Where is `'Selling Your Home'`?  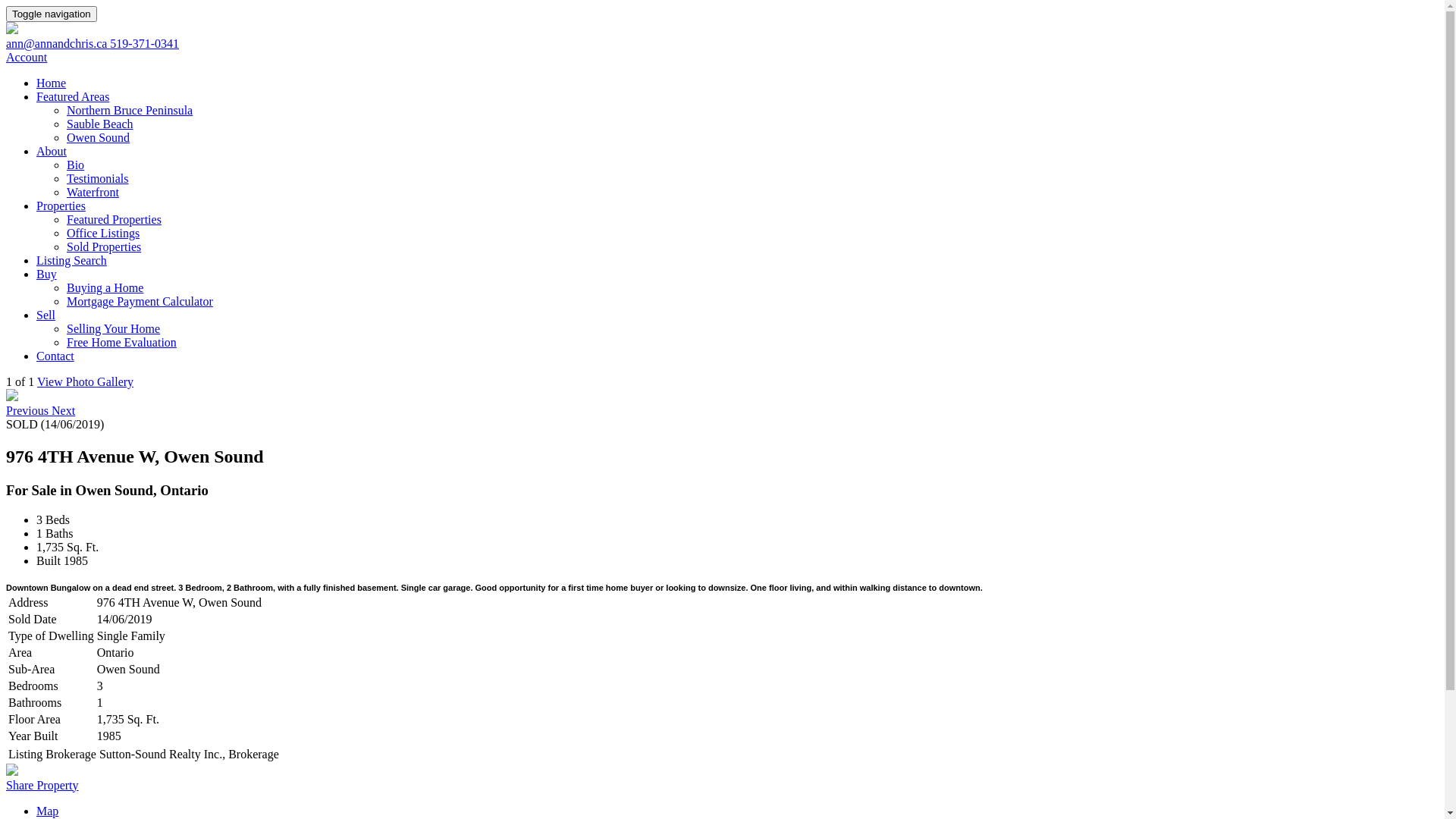 'Selling Your Home' is located at coordinates (65, 328).